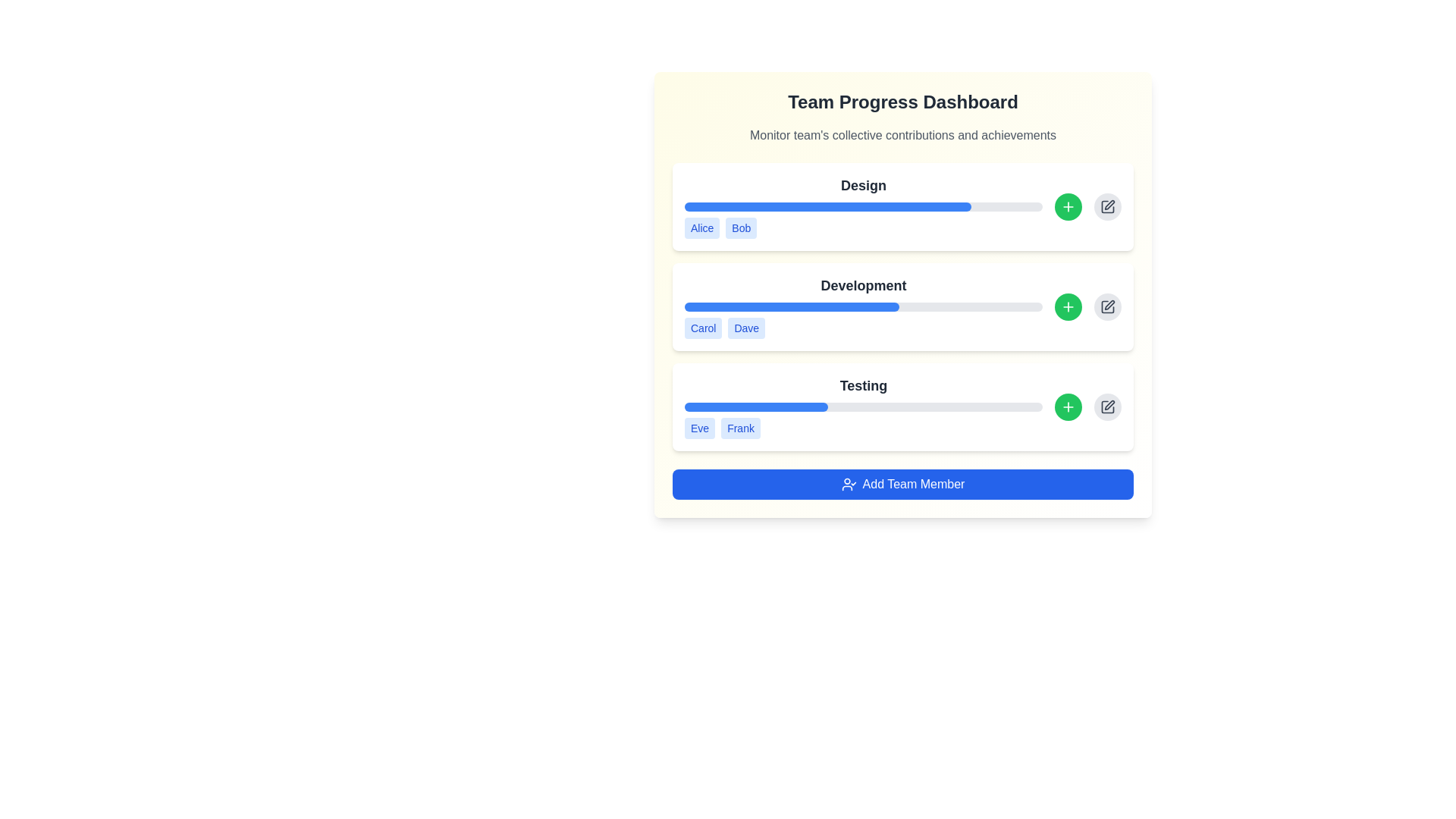 The width and height of the screenshot is (1456, 819). What do you see at coordinates (1107, 207) in the screenshot?
I see `the edit button located on the far right of the 'Design' section in the dashboard card` at bounding box center [1107, 207].